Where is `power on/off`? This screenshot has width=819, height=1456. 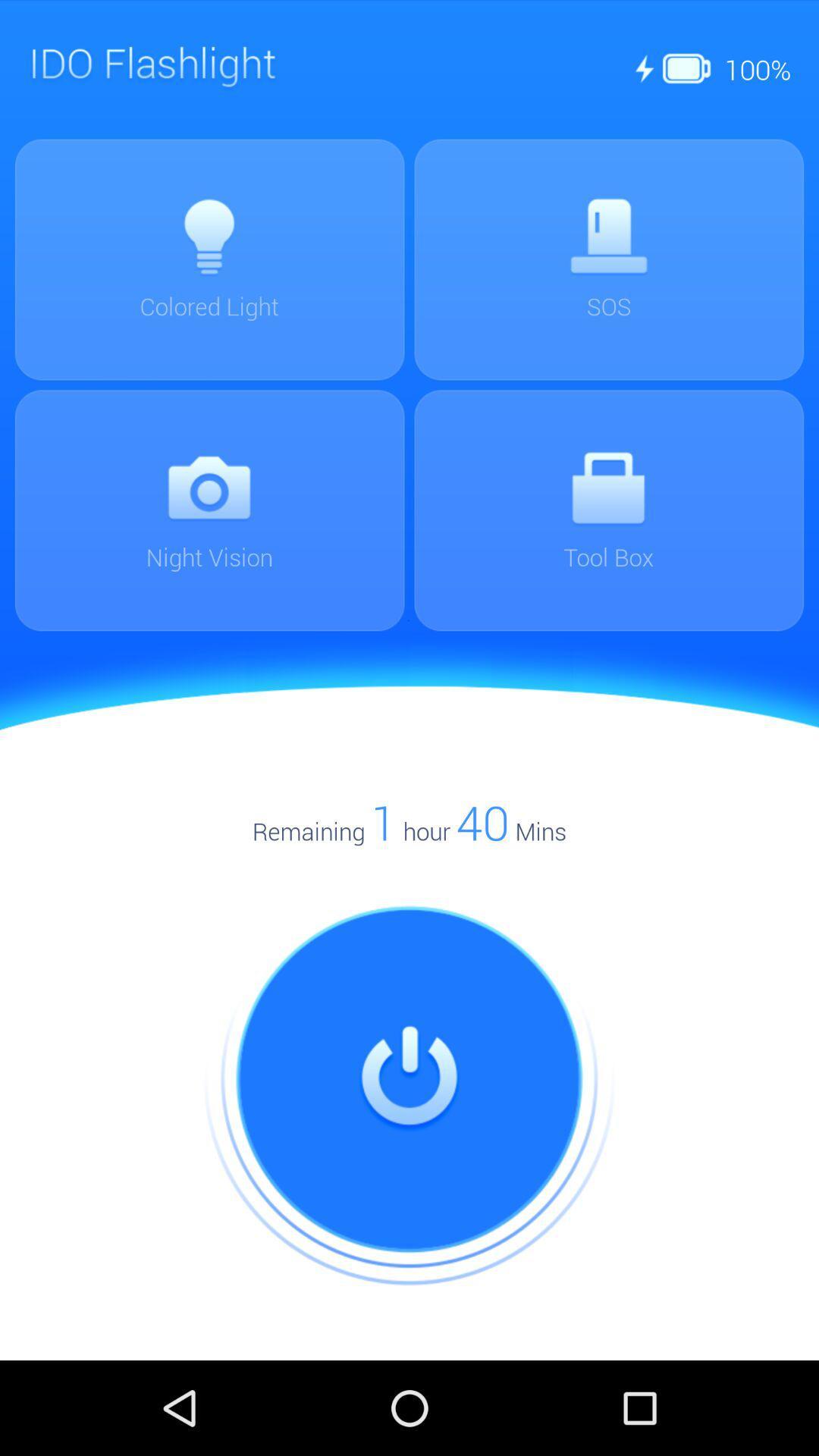 power on/off is located at coordinates (409, 1079).